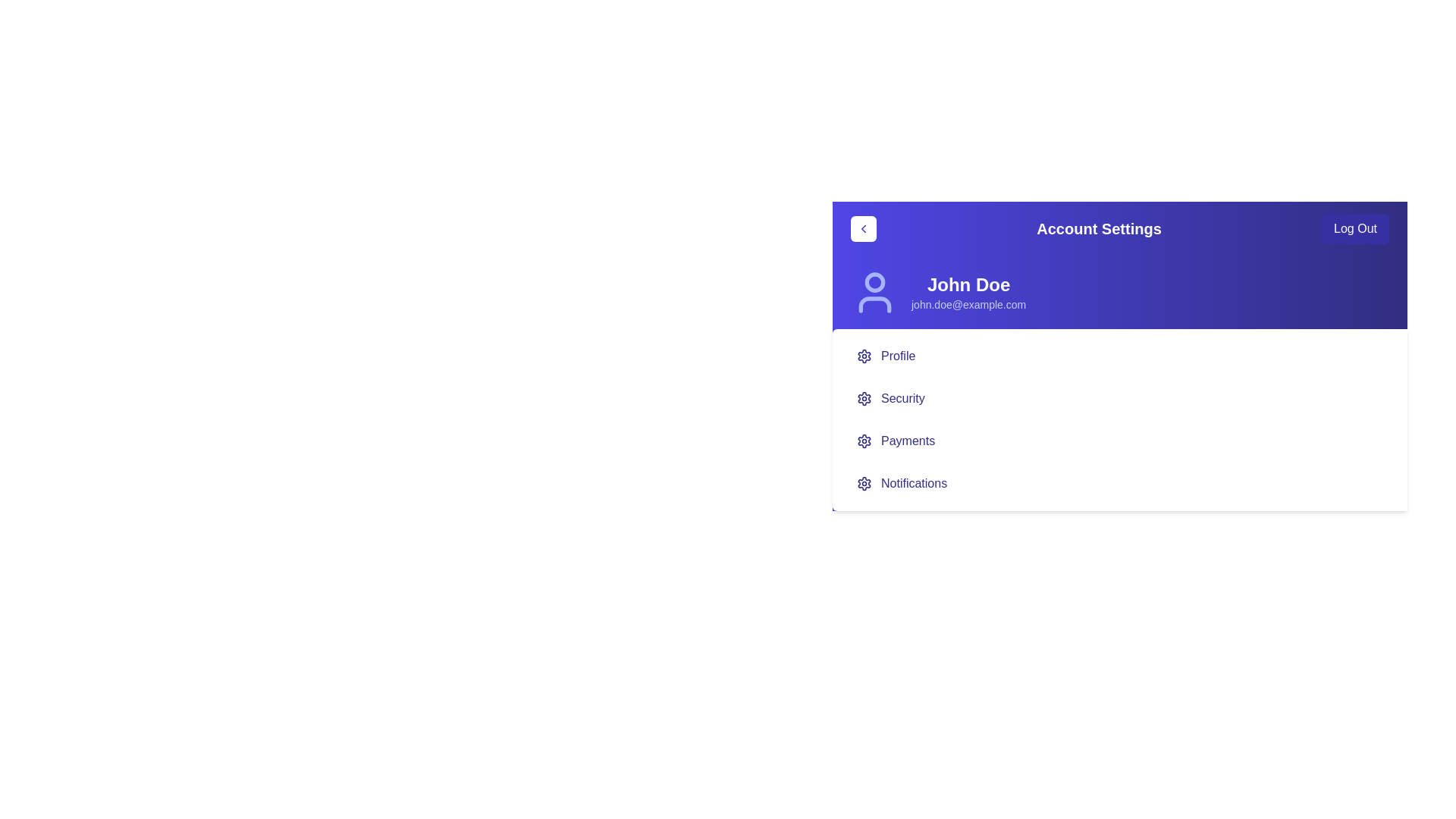 The height and width of the screenshot is (819, 1456). I want to click on the first menu item located below the user info section, so click(1120, 356).